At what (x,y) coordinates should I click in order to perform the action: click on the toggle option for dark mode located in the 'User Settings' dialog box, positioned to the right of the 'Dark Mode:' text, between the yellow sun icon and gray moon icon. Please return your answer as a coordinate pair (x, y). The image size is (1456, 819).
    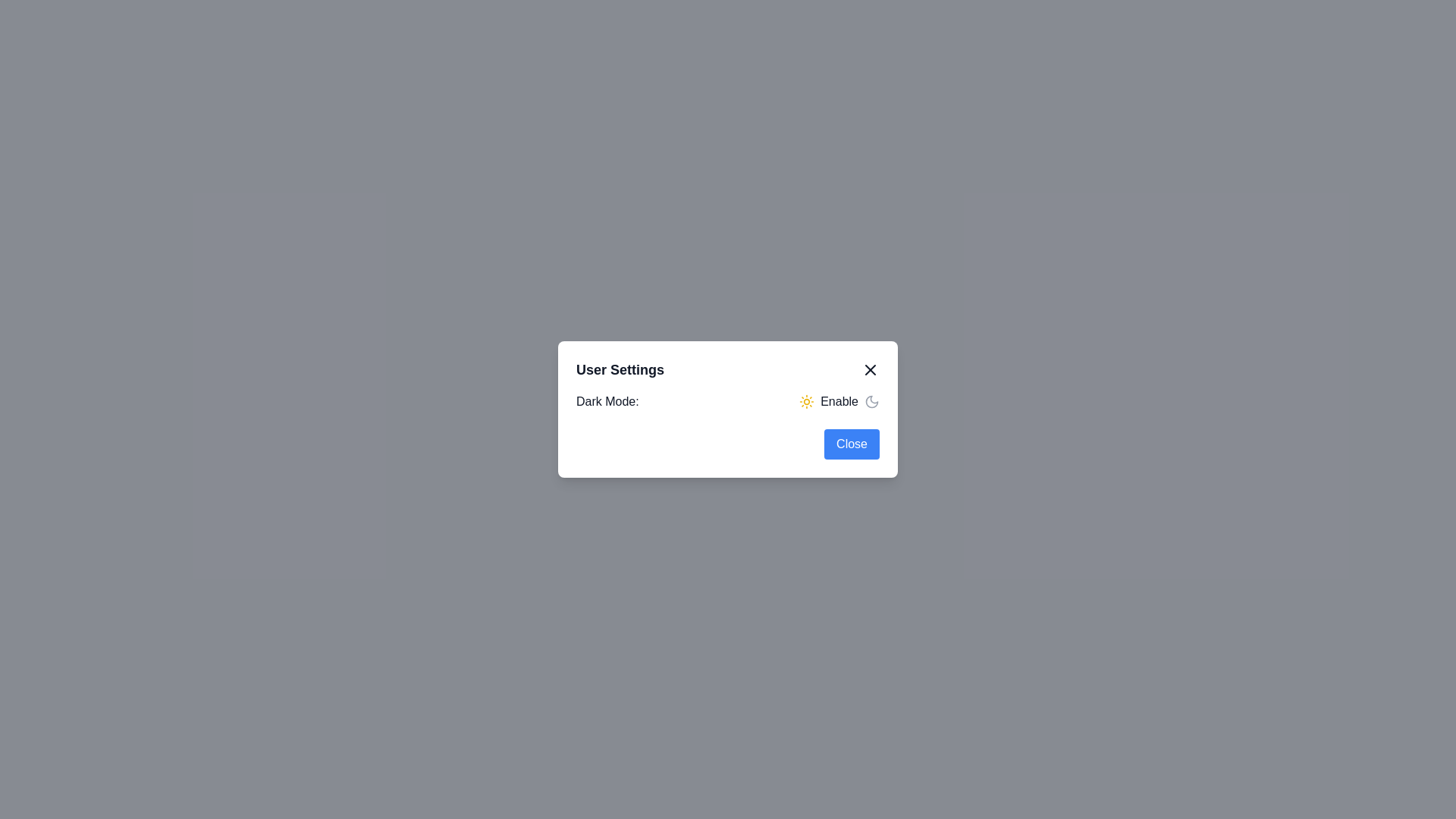
    Looking at the image, I should click on (839, 400).